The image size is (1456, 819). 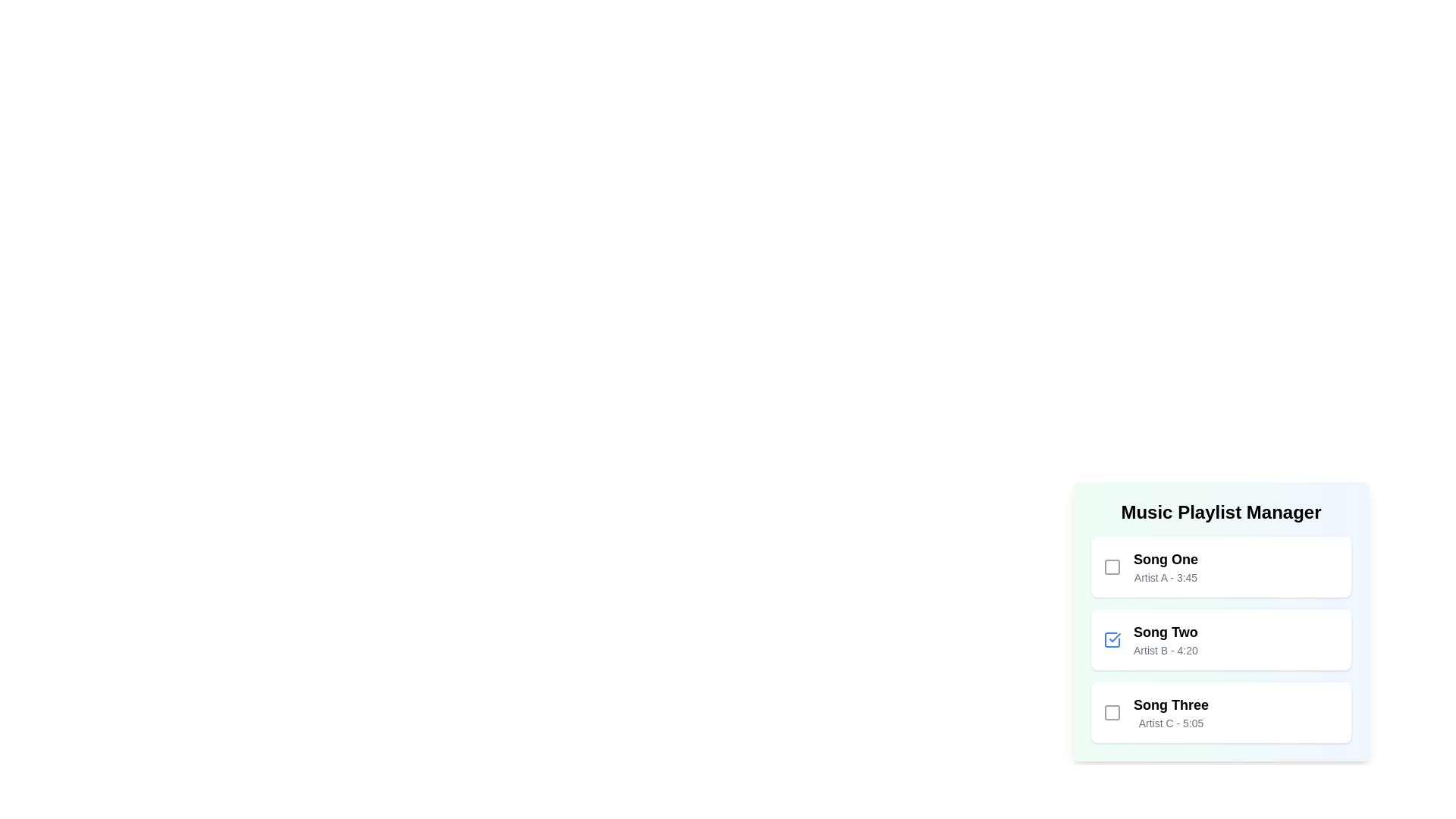 What do you see at coordinates (1112, 640) in the screenshot?
I see `the selectable checkbox with a blue outline and checkmark, which is part of the entry for 'Song Two' in the playlist` at bounding box center [1112, 640].